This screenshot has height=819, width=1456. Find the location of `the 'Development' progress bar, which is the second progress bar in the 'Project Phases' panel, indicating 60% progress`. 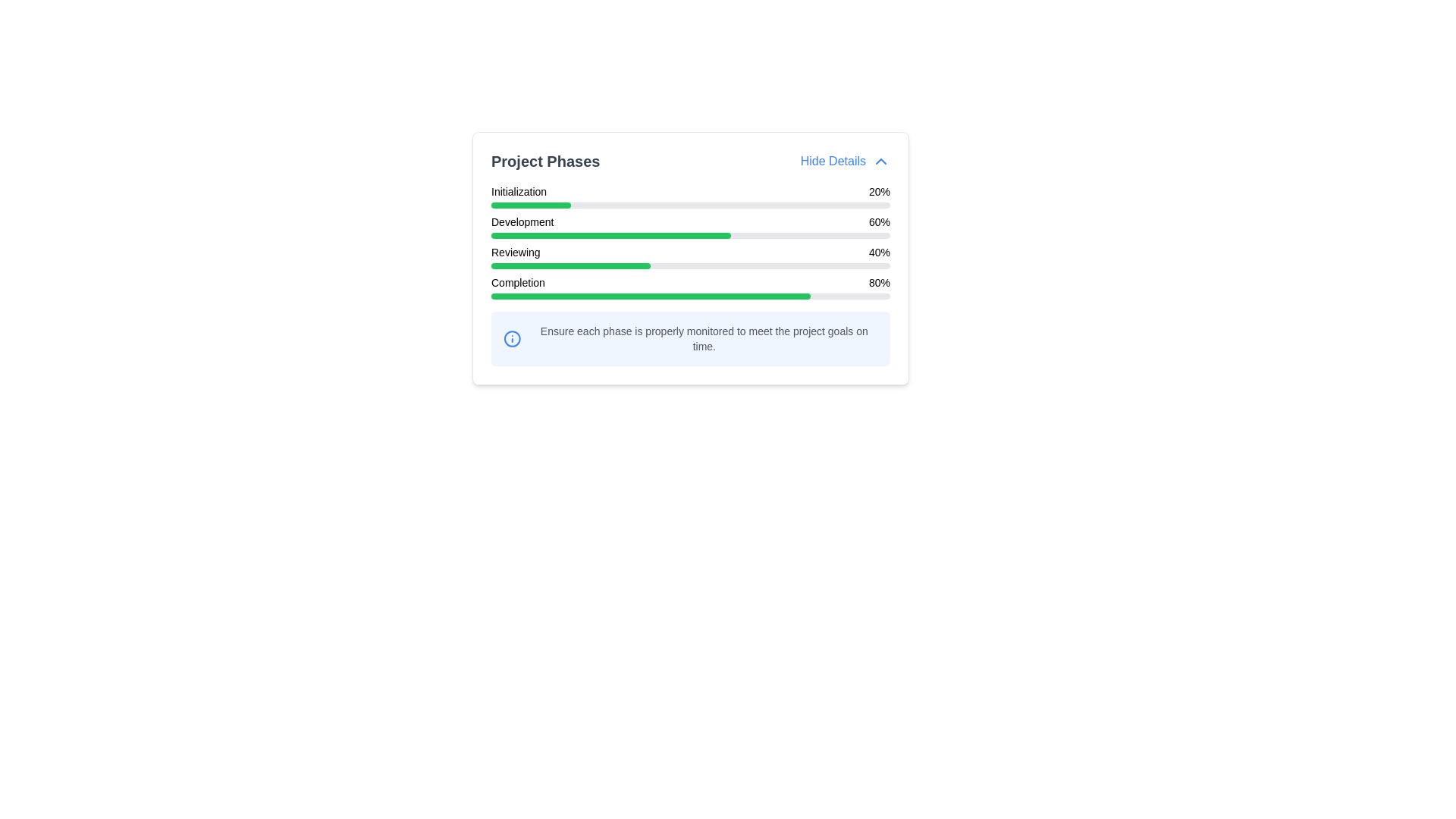

the 'Development' progress bar, which is the second progress bar in the 'Project Phases' panel, indicating 60% progress is located at coordinates (690, 227).